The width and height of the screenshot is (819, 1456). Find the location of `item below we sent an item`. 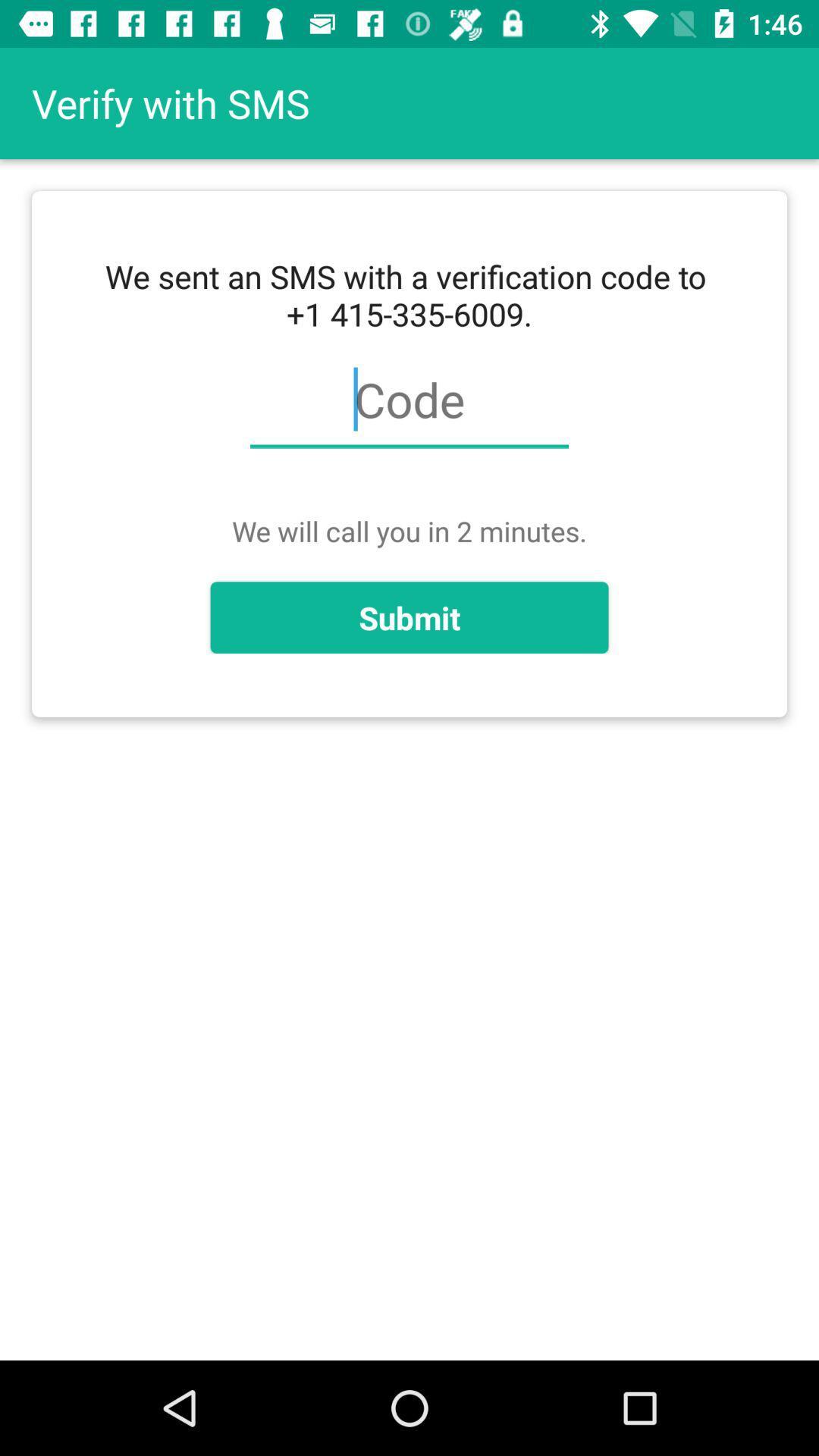

item below we sent an item is located at coordinates (409, 408).